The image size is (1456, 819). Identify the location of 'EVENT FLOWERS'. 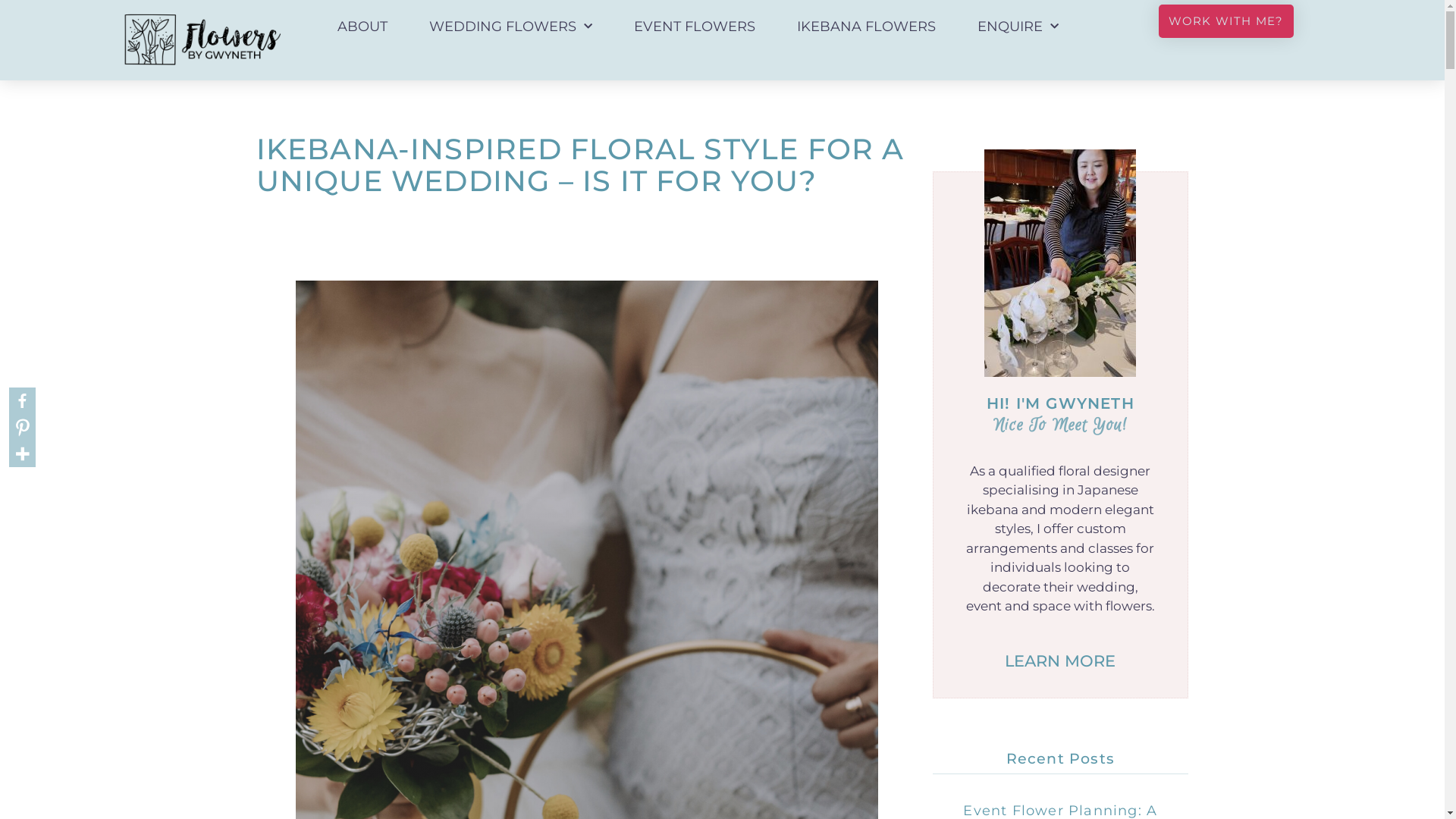
(694, 26).